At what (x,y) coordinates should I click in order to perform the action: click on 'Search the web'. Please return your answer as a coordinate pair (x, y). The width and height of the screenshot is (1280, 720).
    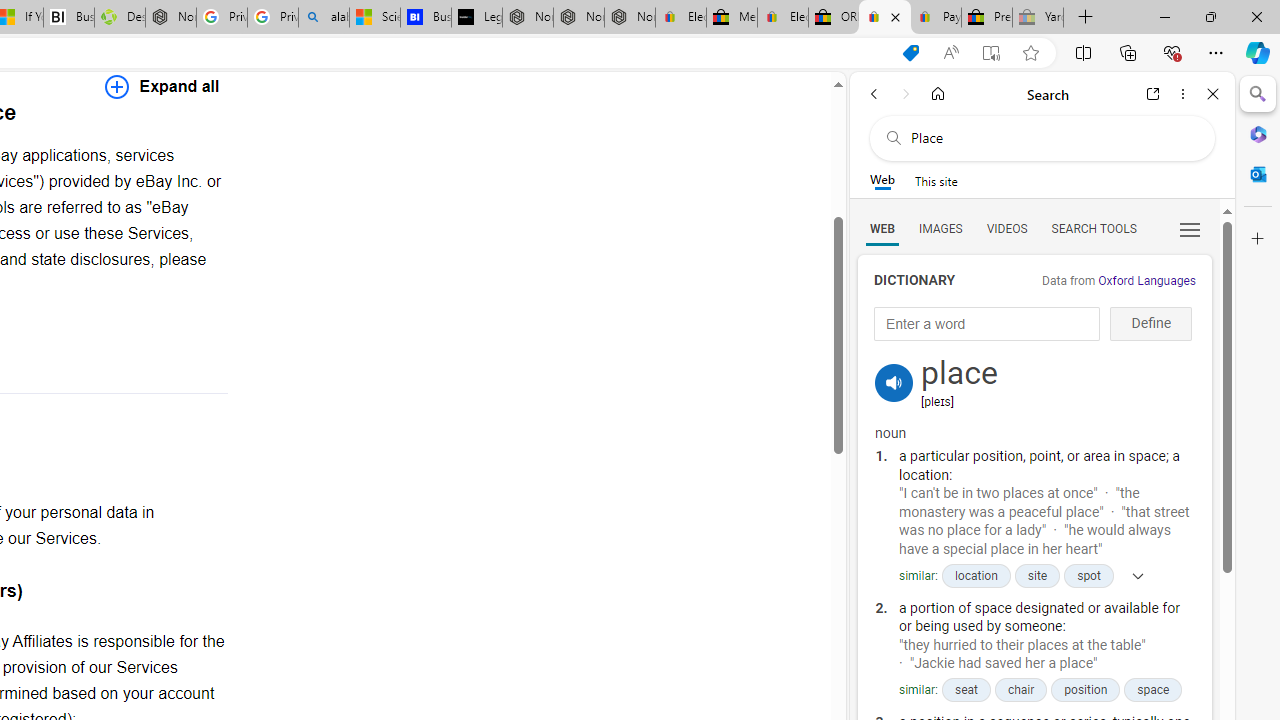
    Looking at the image, I should click on (1051, 137).